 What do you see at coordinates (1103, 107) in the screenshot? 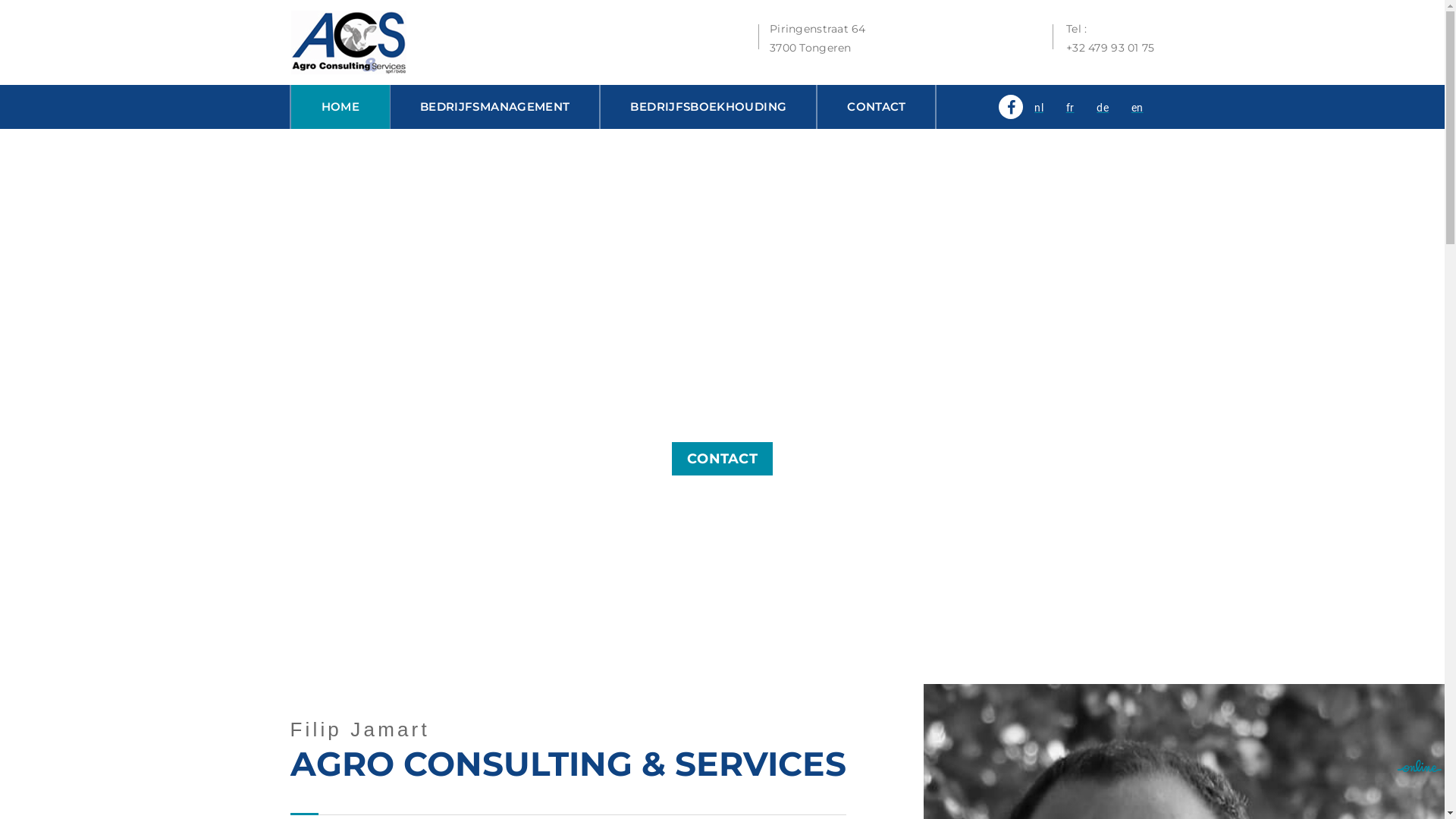
I see `'de'` at bounding box center [1103, 107].